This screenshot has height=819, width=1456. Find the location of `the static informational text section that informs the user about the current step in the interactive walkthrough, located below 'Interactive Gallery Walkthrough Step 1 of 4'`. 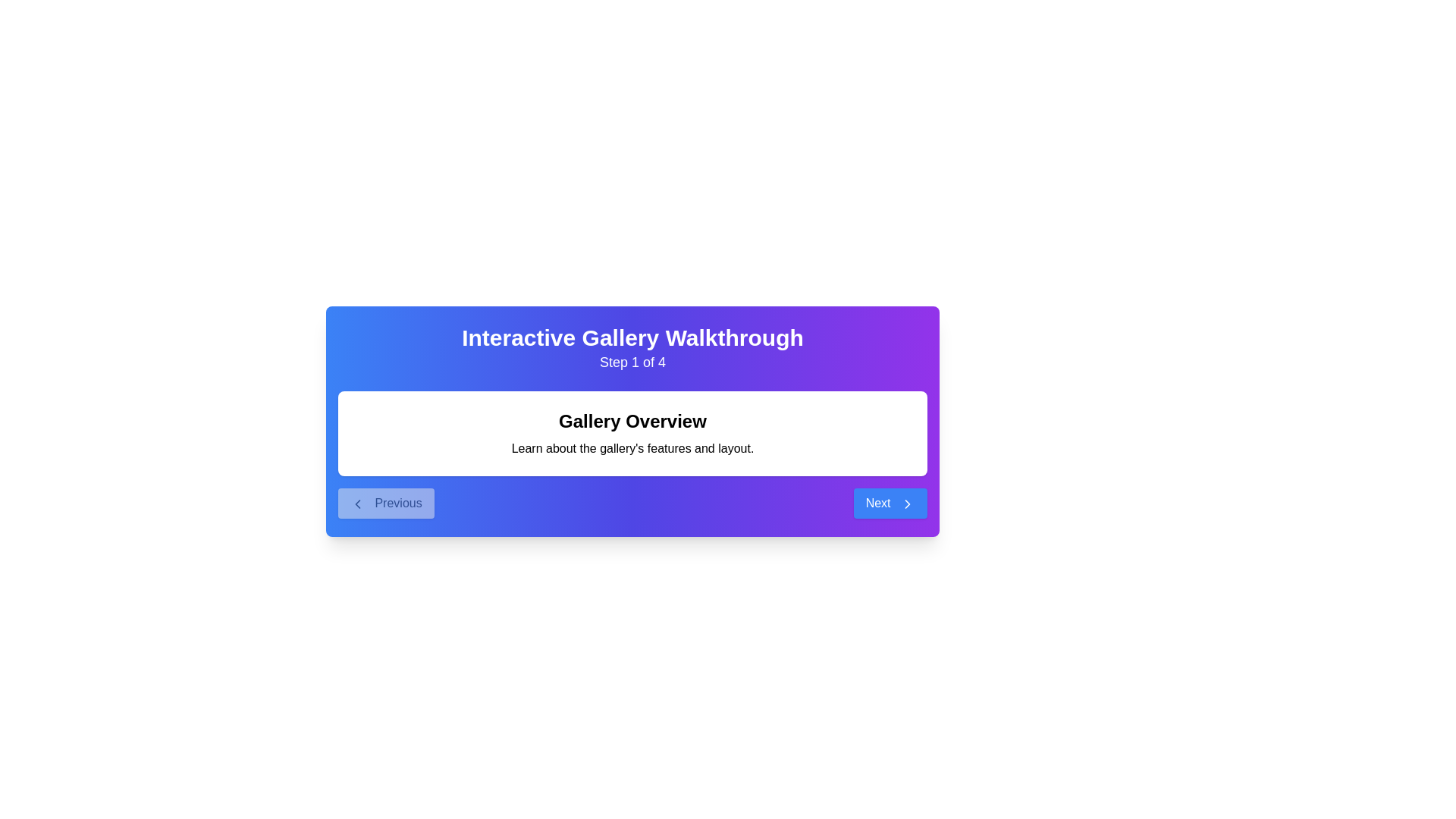

the static informational text section that informs the user about the current step in the interactive walkthrough, located below 'Interactive Gallery Walkthrough Step 1 of 4' is located at coordinates (632, 433).